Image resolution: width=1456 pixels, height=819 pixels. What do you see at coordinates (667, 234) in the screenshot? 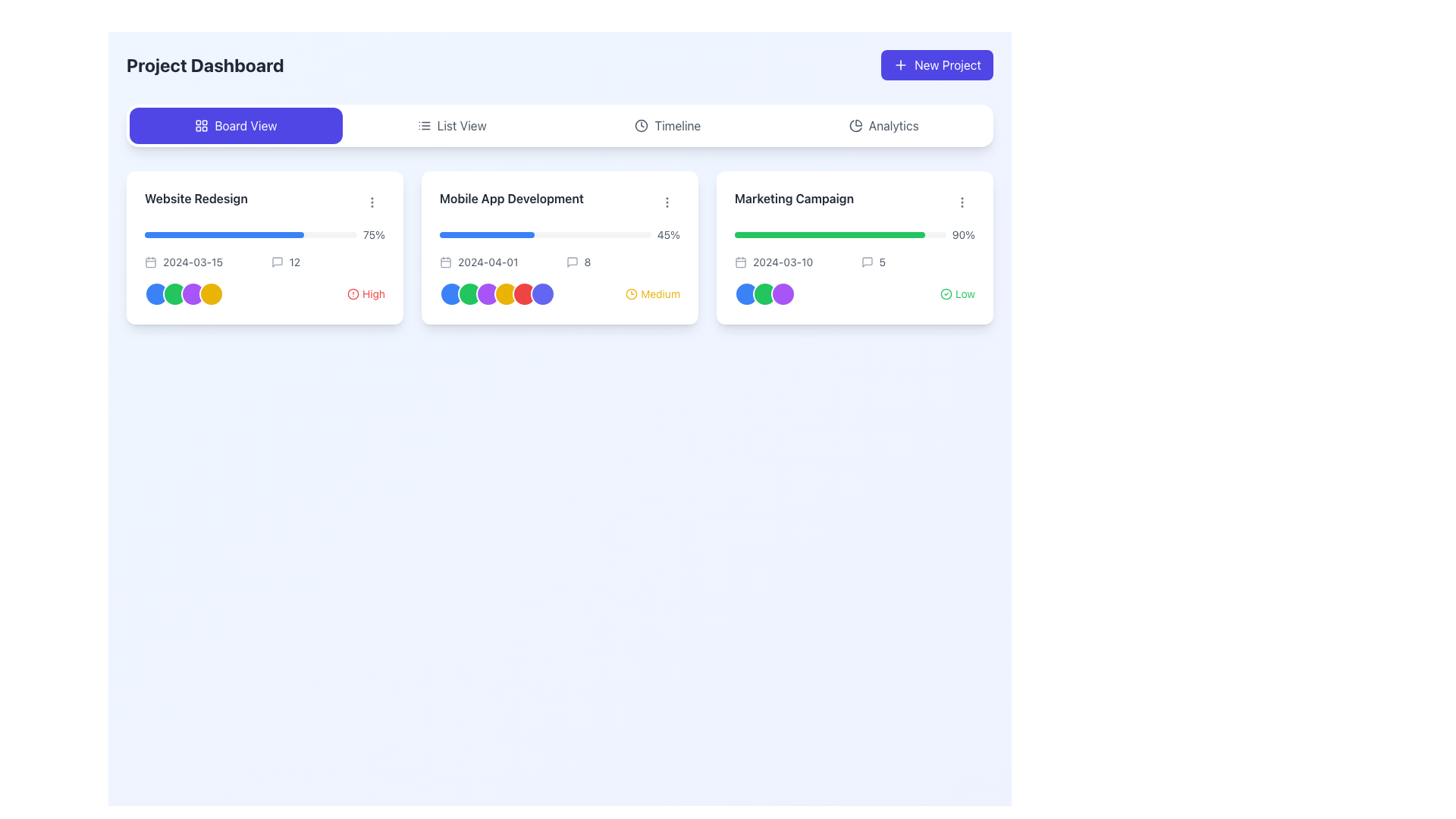
I see `the text label displaying '45%' which is located on the right side of the progress bar` at bounding box center [667, 234].